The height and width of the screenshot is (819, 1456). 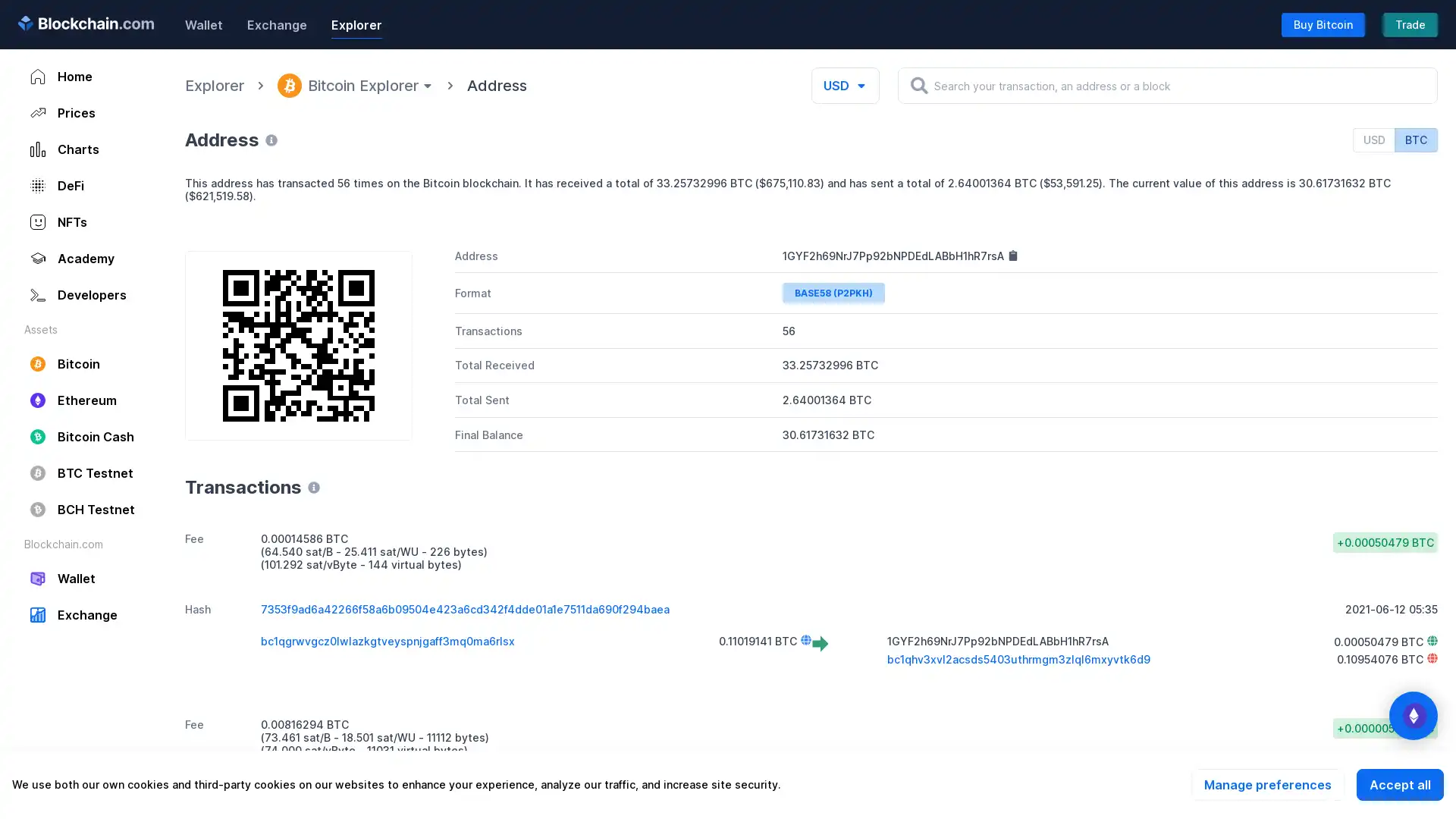 What do you see at coordinates (1410, 24) in the screenshot?
I see `Trade` at bounding box center [1410, 24].